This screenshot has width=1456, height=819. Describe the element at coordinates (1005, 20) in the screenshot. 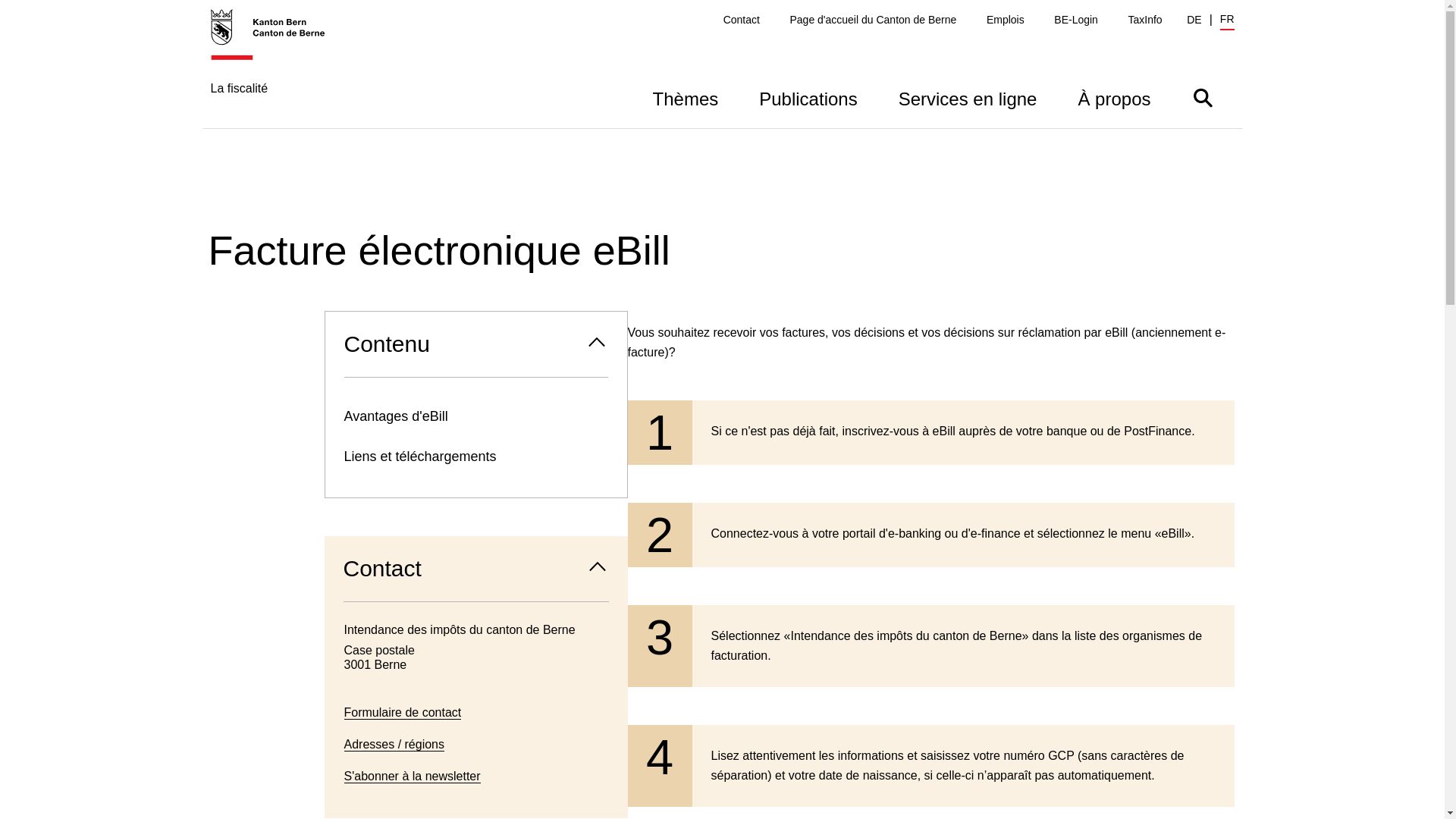

I see `'Emplois'` at that location.